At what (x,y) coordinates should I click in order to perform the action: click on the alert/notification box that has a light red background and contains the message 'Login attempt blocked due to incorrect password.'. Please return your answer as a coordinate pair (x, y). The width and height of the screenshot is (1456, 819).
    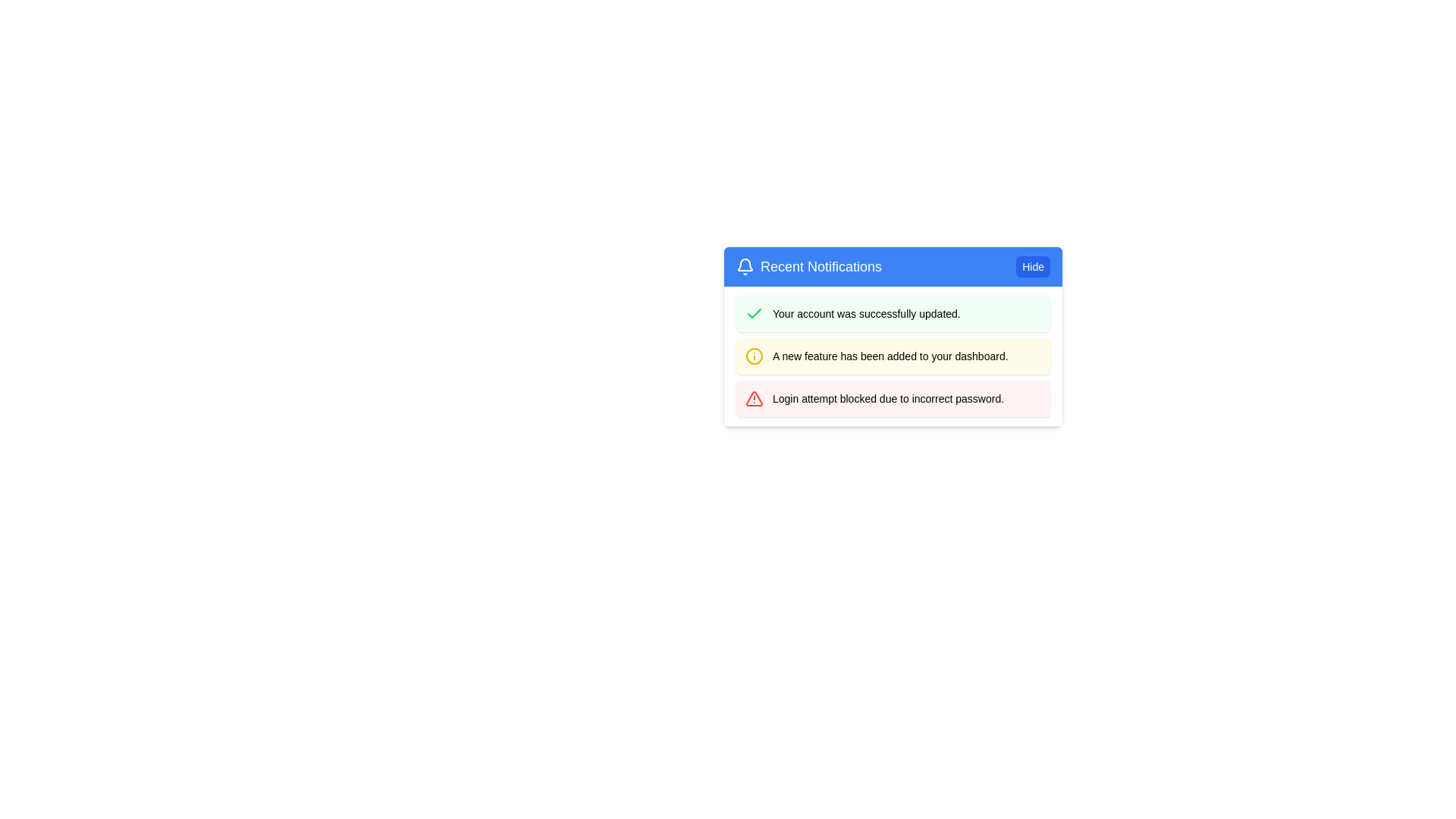
    Looking at the image, I should click on (893, 397).